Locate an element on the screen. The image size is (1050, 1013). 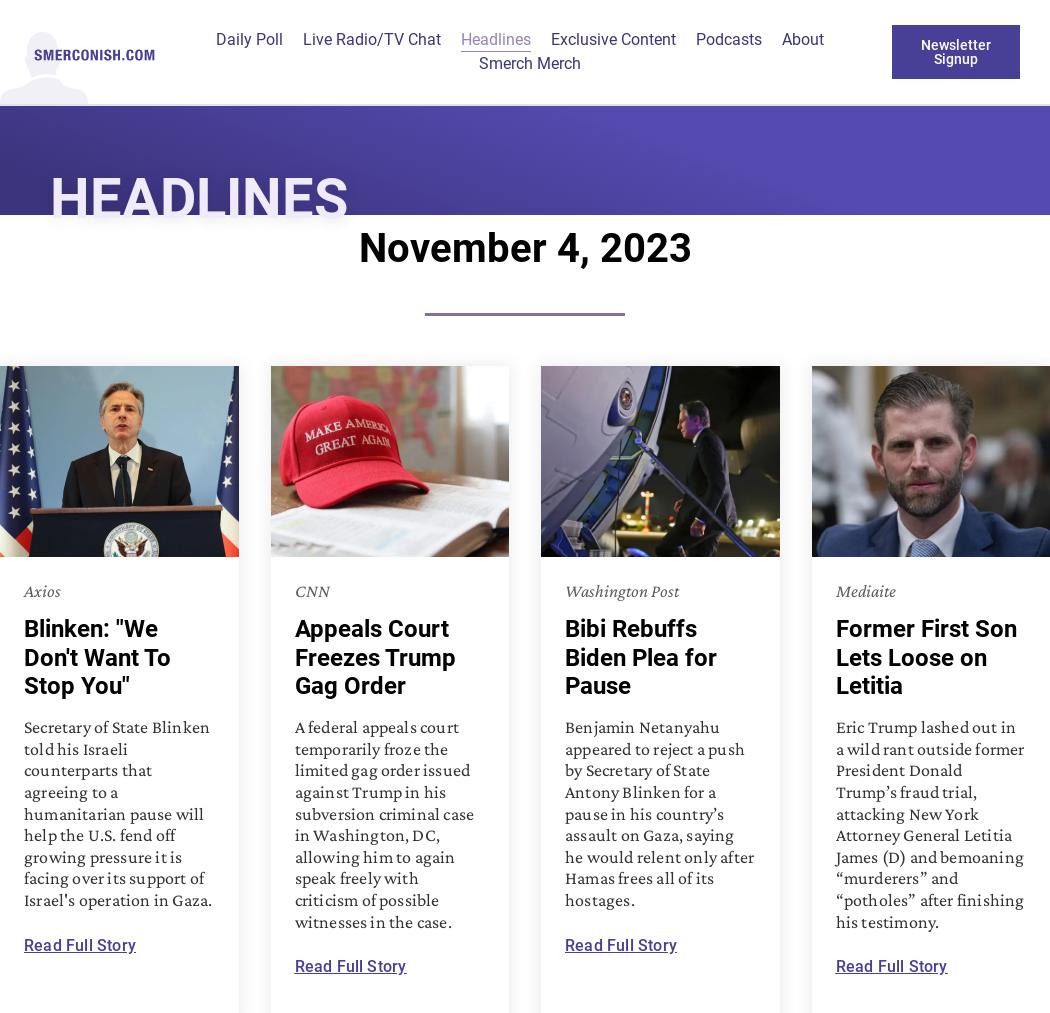
'Blinken: "We Don't Want To Stop You"' is located at coordinates (97, 656).